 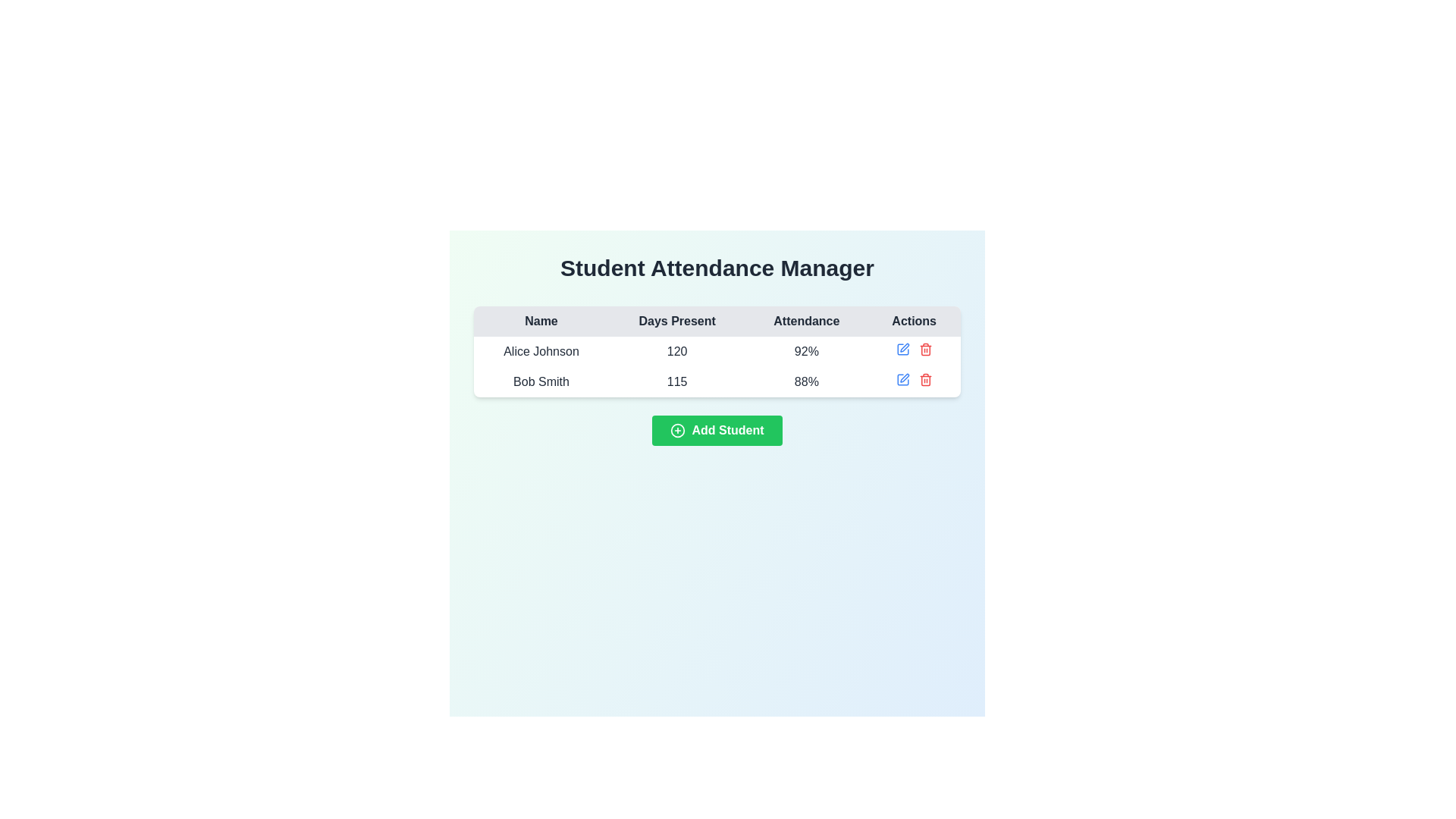 I want to click on text content of the table cell displaying '88%' in bold style, located in the Attendance column under the row containing 'Bob Smith', so click(x=805, y=381).